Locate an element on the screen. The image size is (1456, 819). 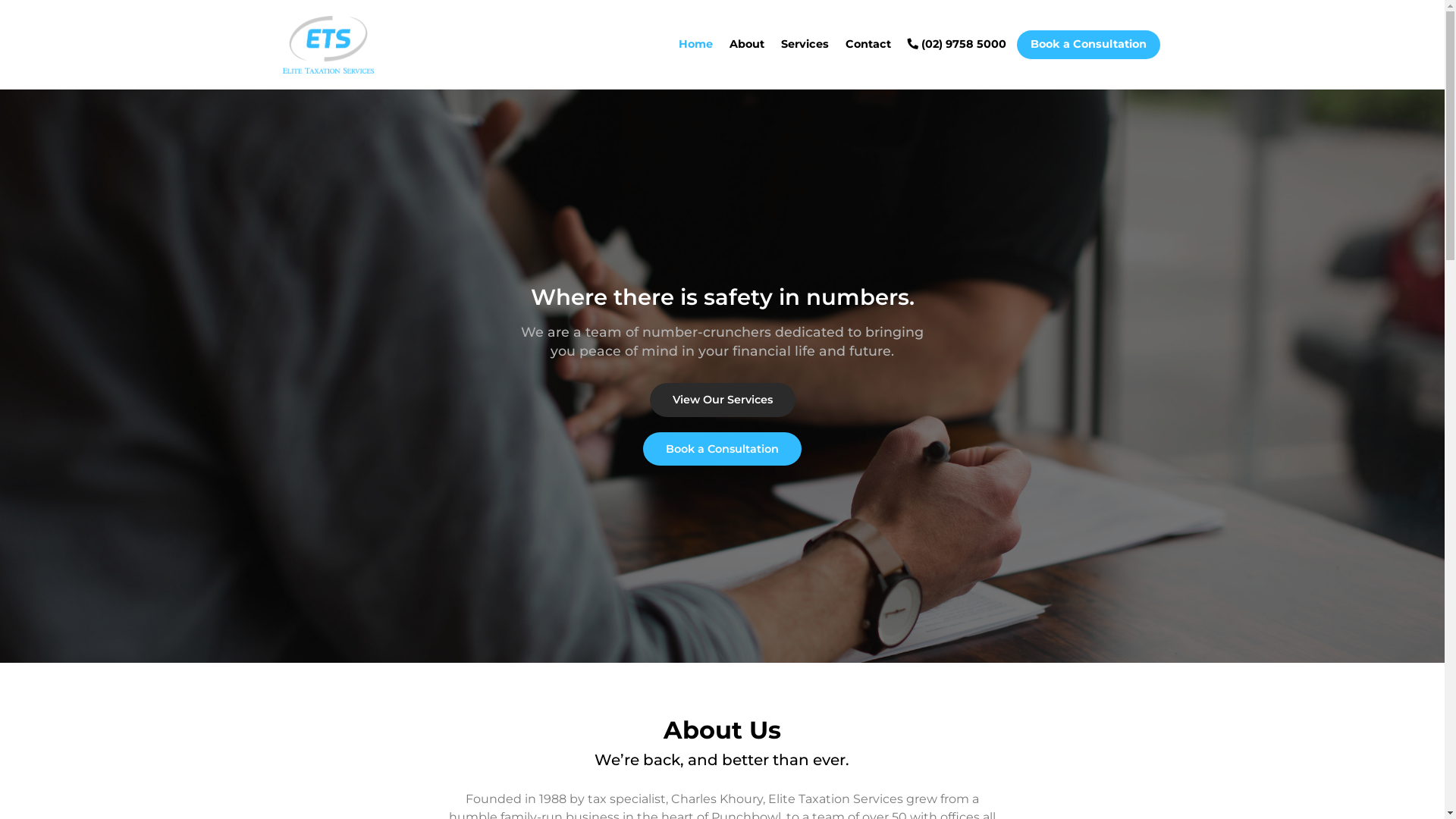
'View Our Services' is located at coordinates (648, 399).